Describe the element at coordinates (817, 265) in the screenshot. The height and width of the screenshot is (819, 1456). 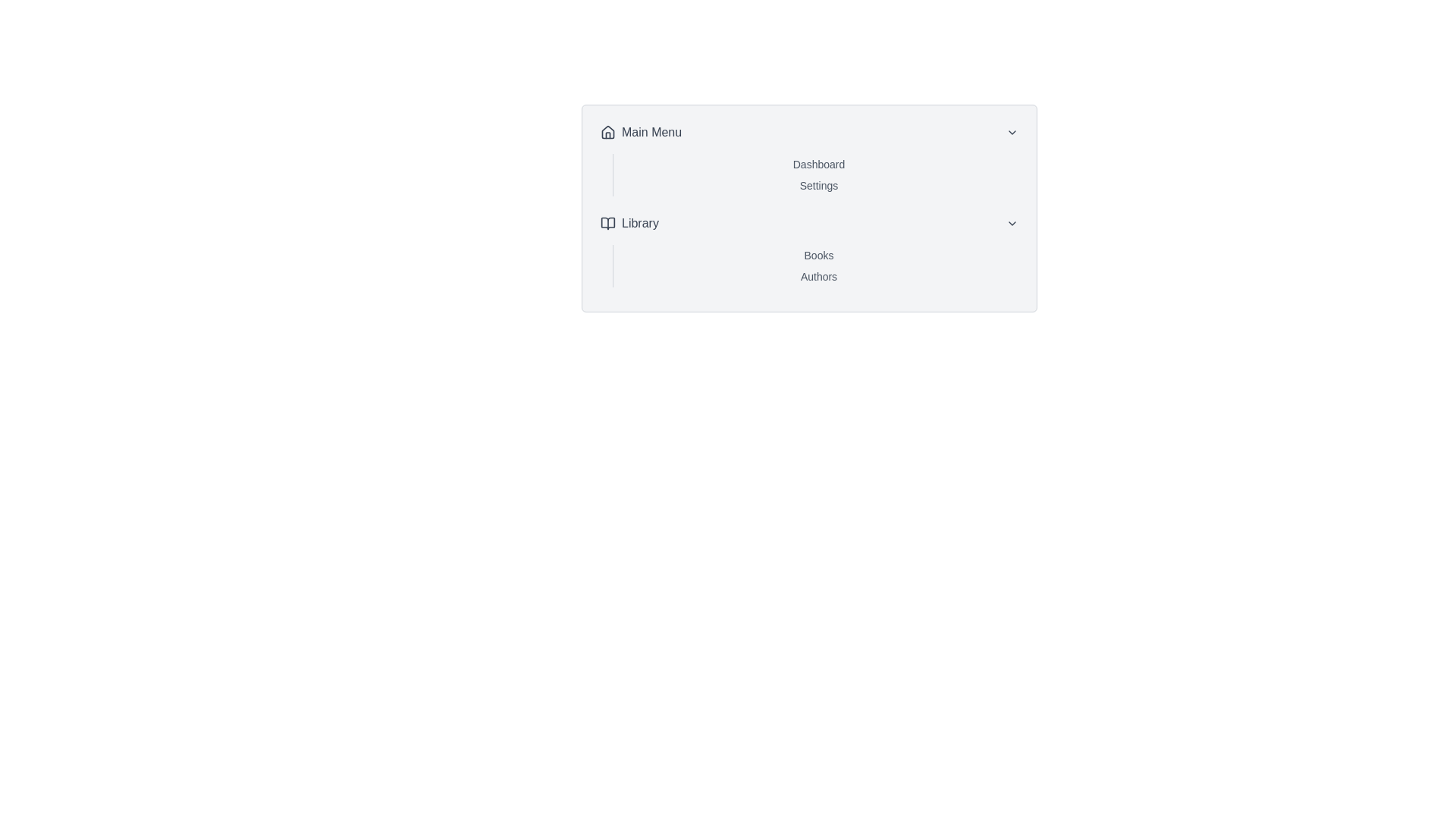
I see `the 'Books' and 'Authors' section header located directly below the 'Library' text, which serves as a labeled section within the 'Library' group` at that location.